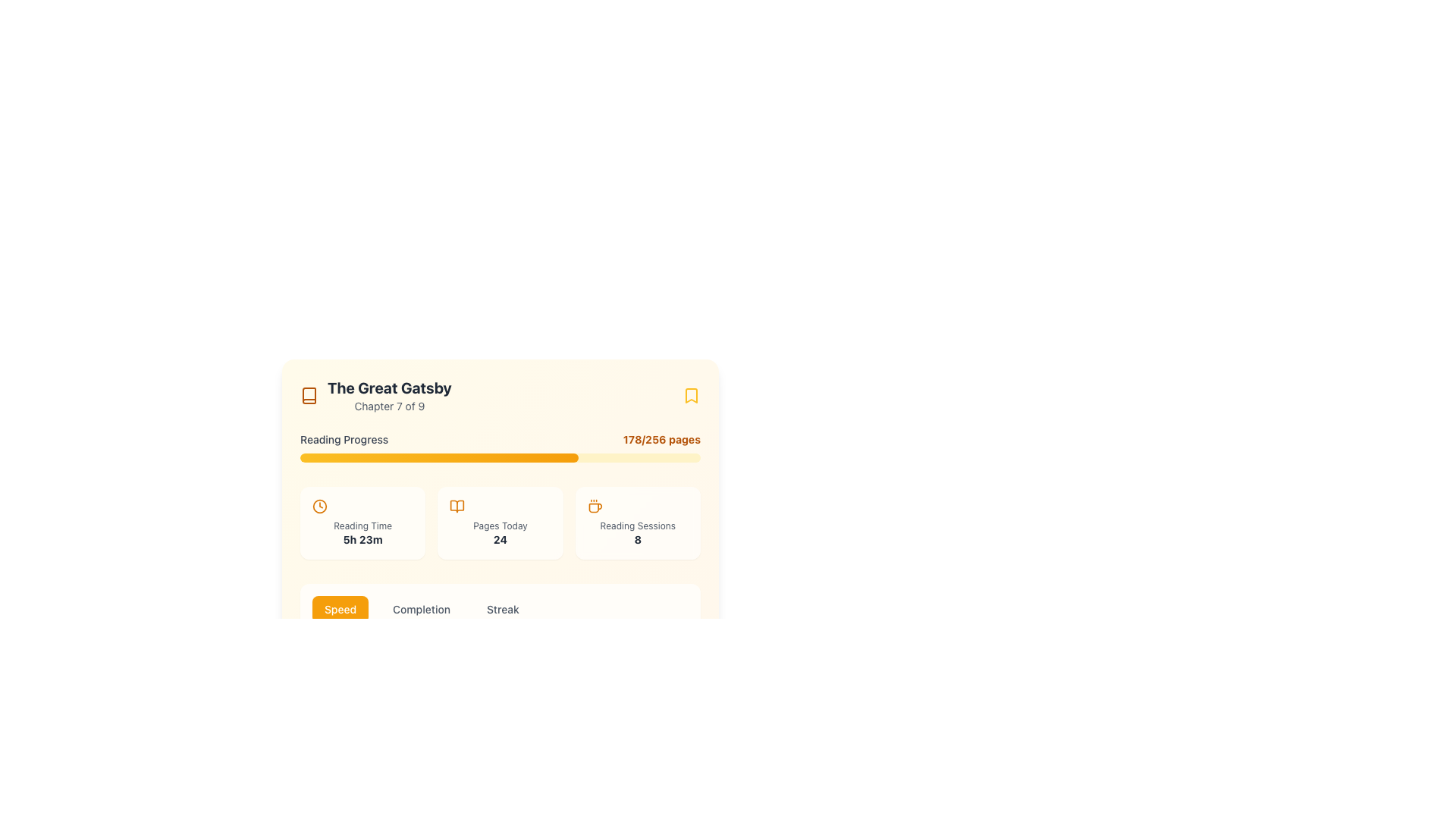  I want to click on the text label displaying 'The Great Gatsby', which is styled in bold dark gray and positioned above 'Chapter 7 of 9', so click(389, 388).